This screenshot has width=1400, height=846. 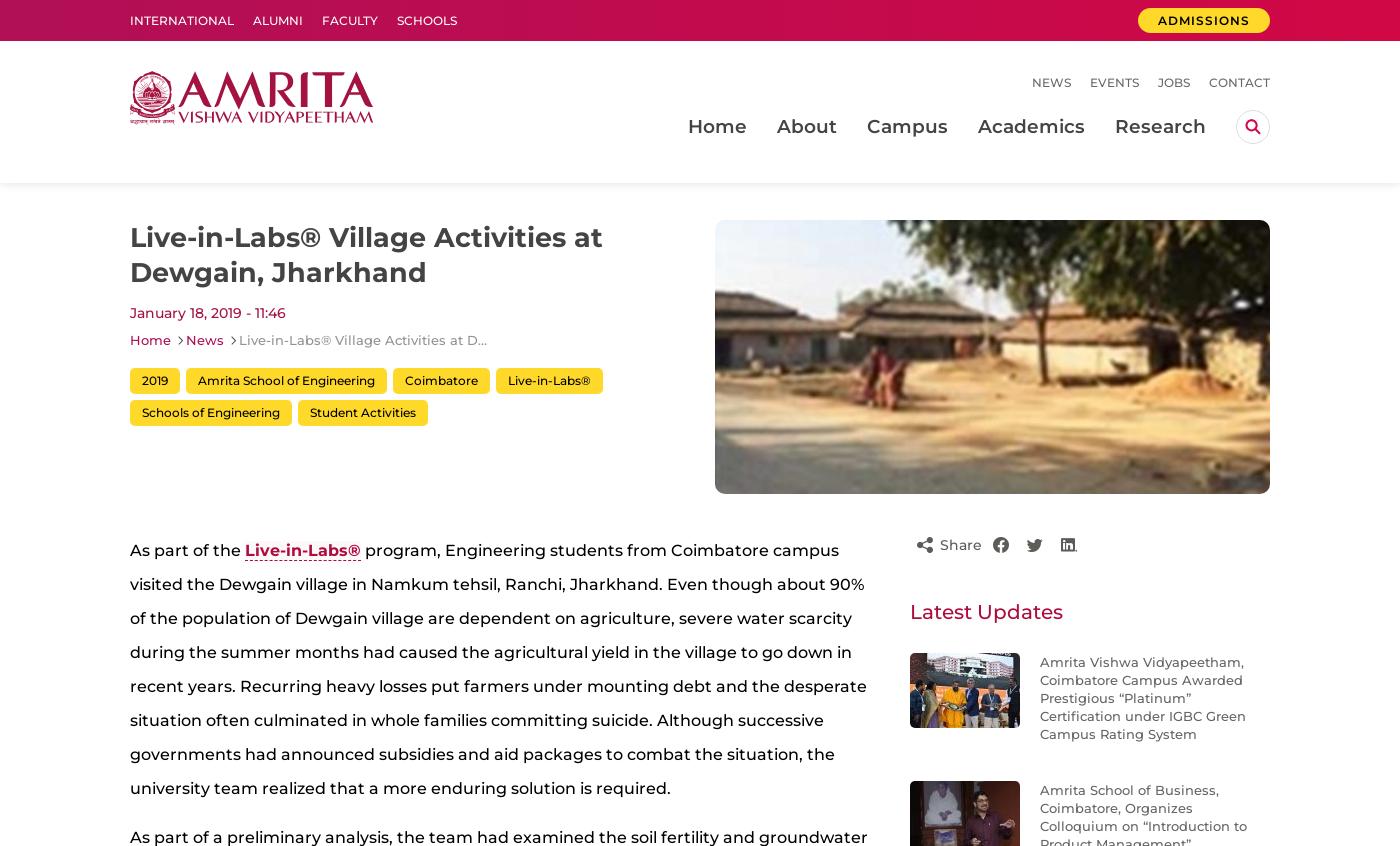 What do you see at coordinates (204, 337) in the screenshot?
I see `'News'` at bounding box center [204, 337].